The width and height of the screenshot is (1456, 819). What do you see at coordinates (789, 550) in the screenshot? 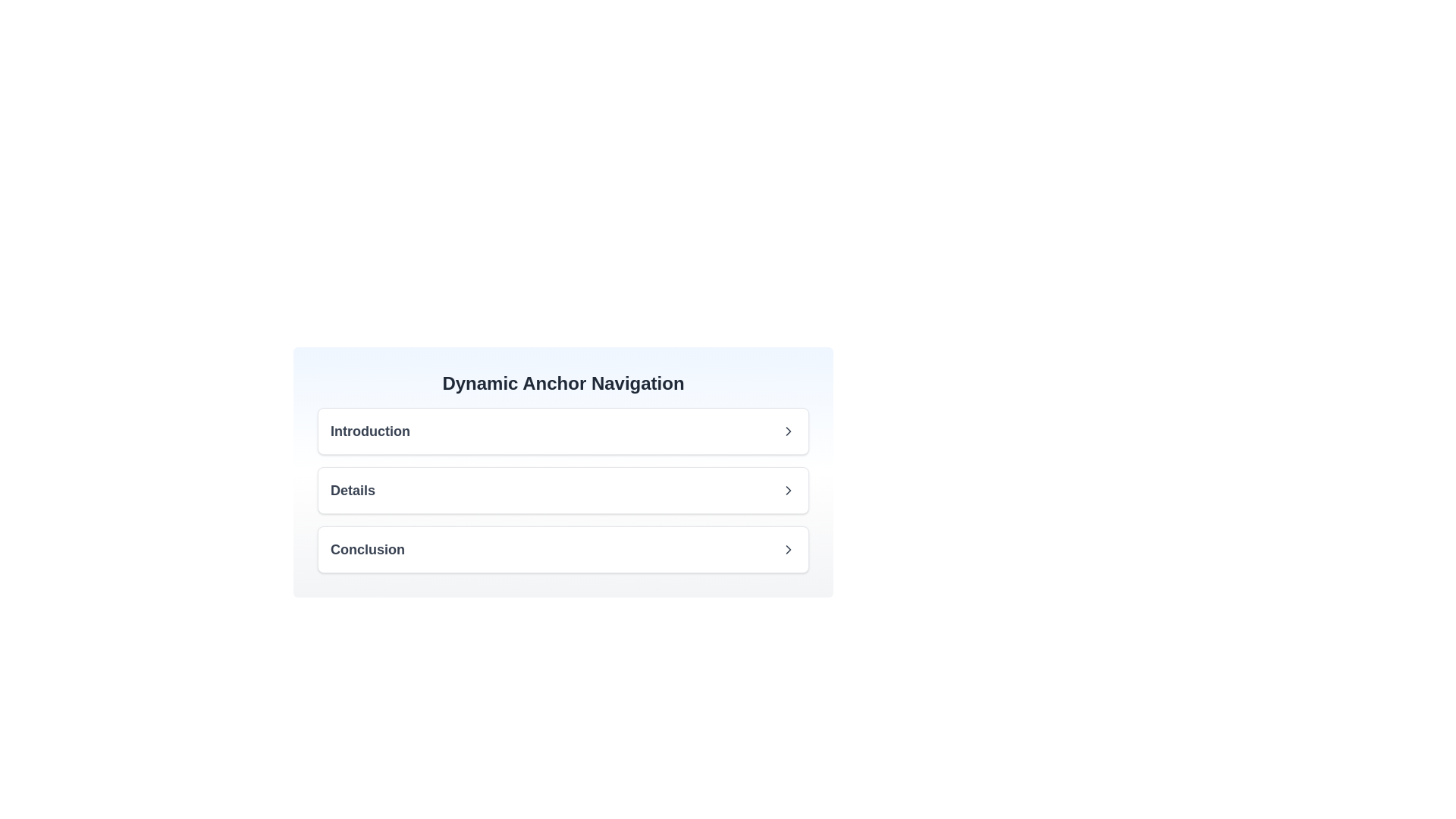
I see `the right-arrow chevron icon located at the end of the 'Conclusion' entry in the vertical list` at bounding box center [789, 550].